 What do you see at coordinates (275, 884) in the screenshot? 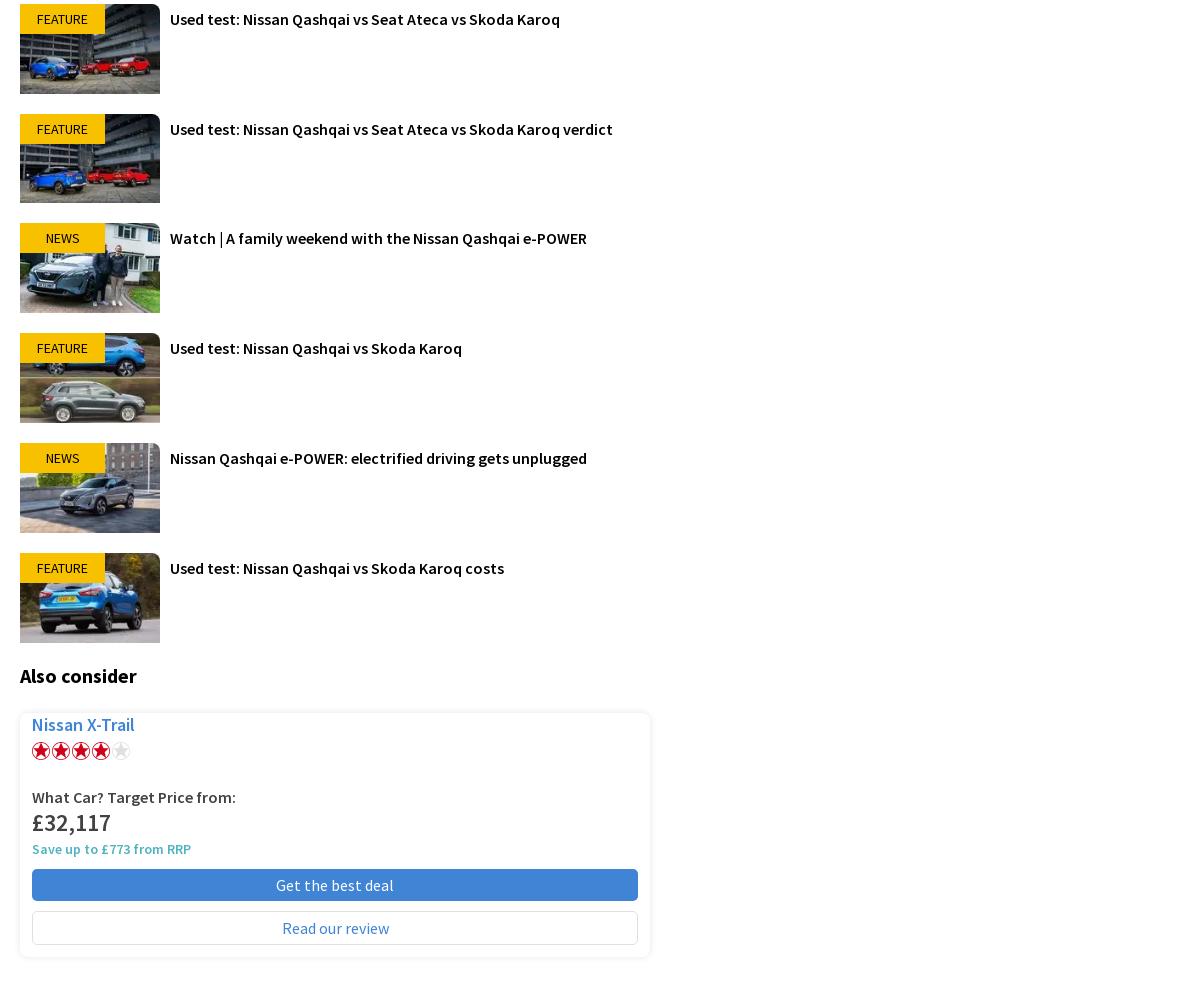
I see `'Get the best deal'` at bounding box center [275, 884].